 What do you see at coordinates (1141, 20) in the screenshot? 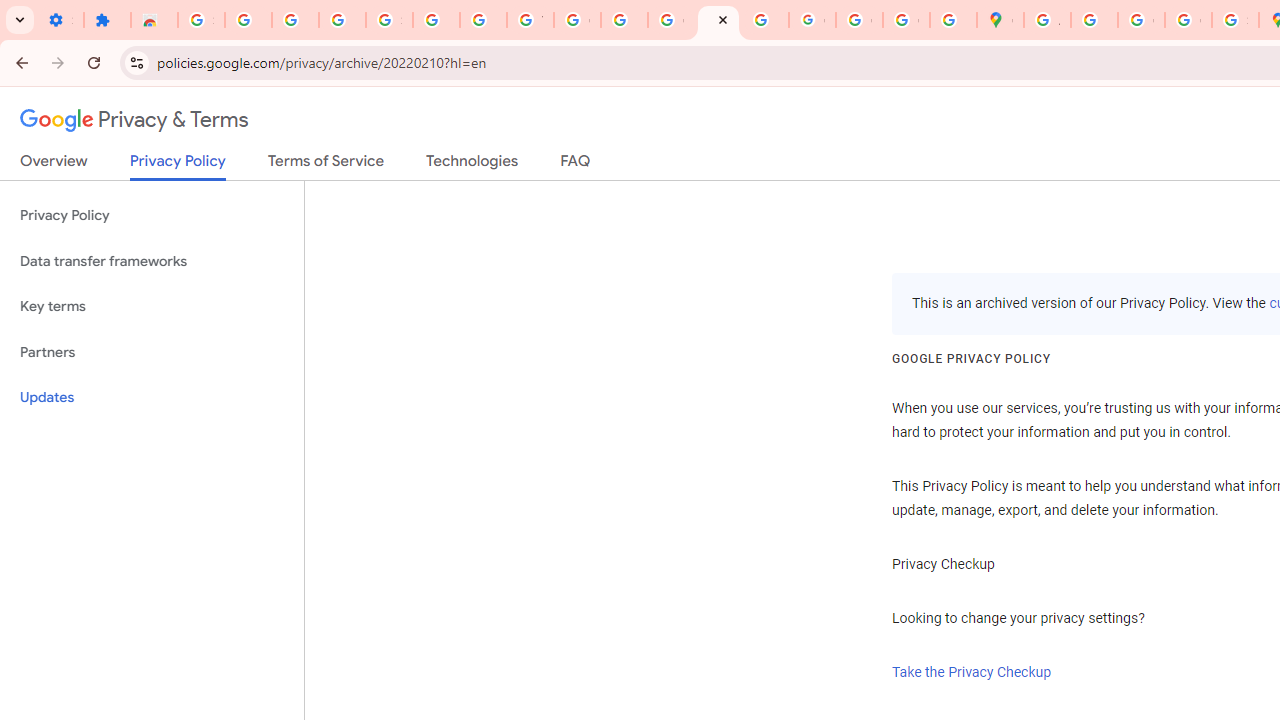
I see `'Create your Google Account'` at bounding box center [1141, 20].